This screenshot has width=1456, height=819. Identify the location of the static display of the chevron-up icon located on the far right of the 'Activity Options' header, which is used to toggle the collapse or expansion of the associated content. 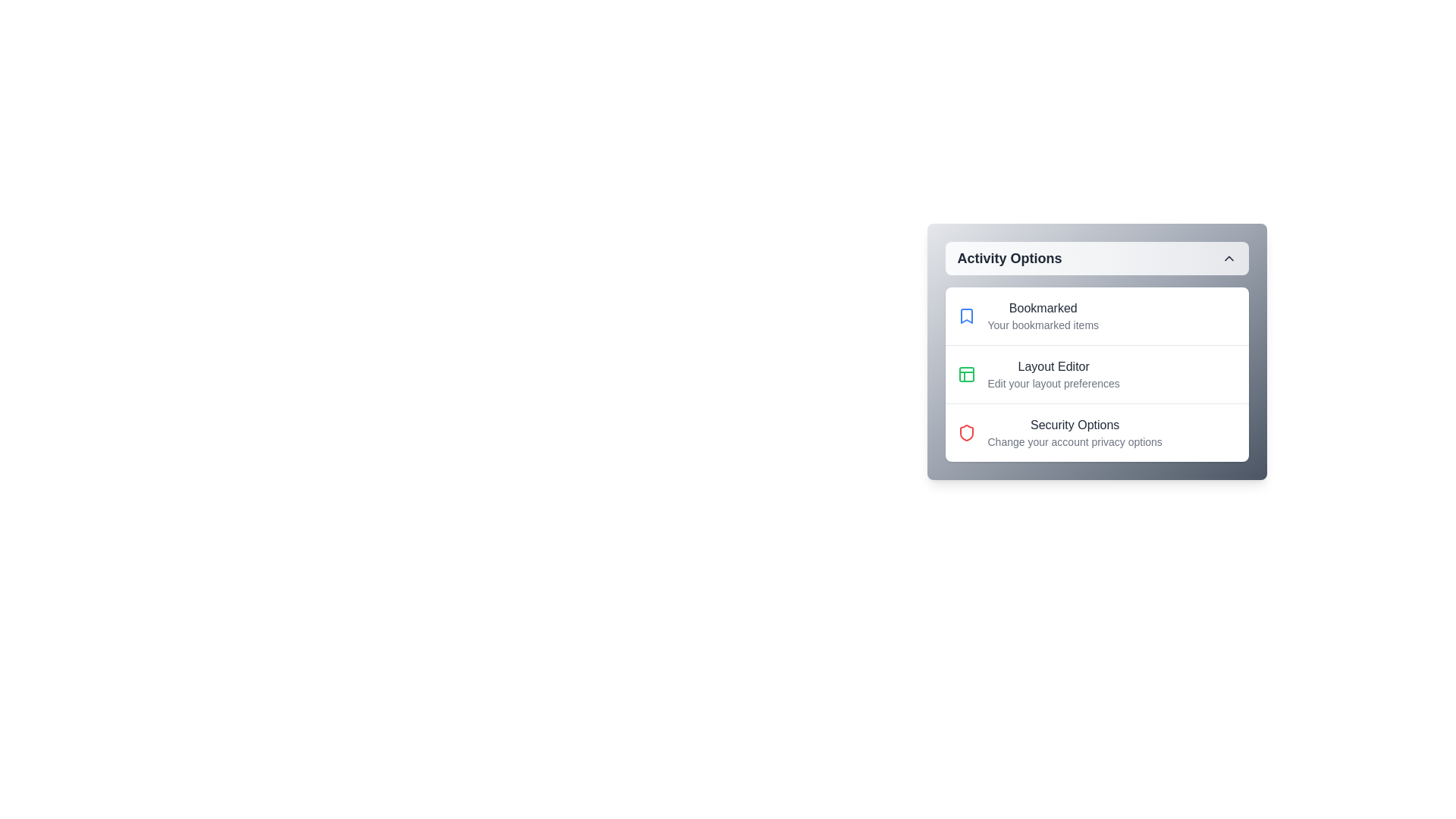
(1228, 257).